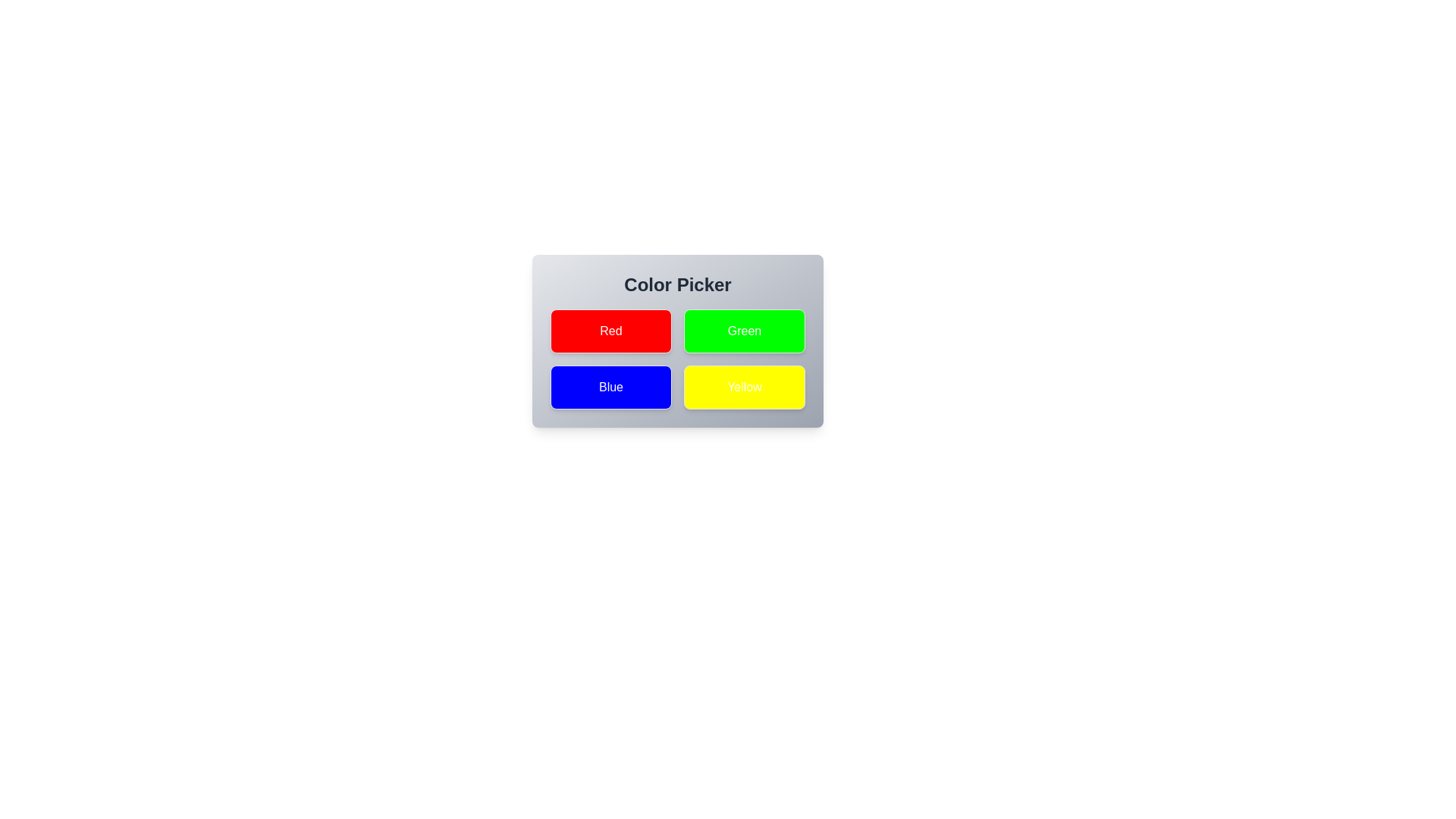 This screenshot has width=1456, height=819. I want to click on the button corresponding to the color Blue, so click(611, 386).